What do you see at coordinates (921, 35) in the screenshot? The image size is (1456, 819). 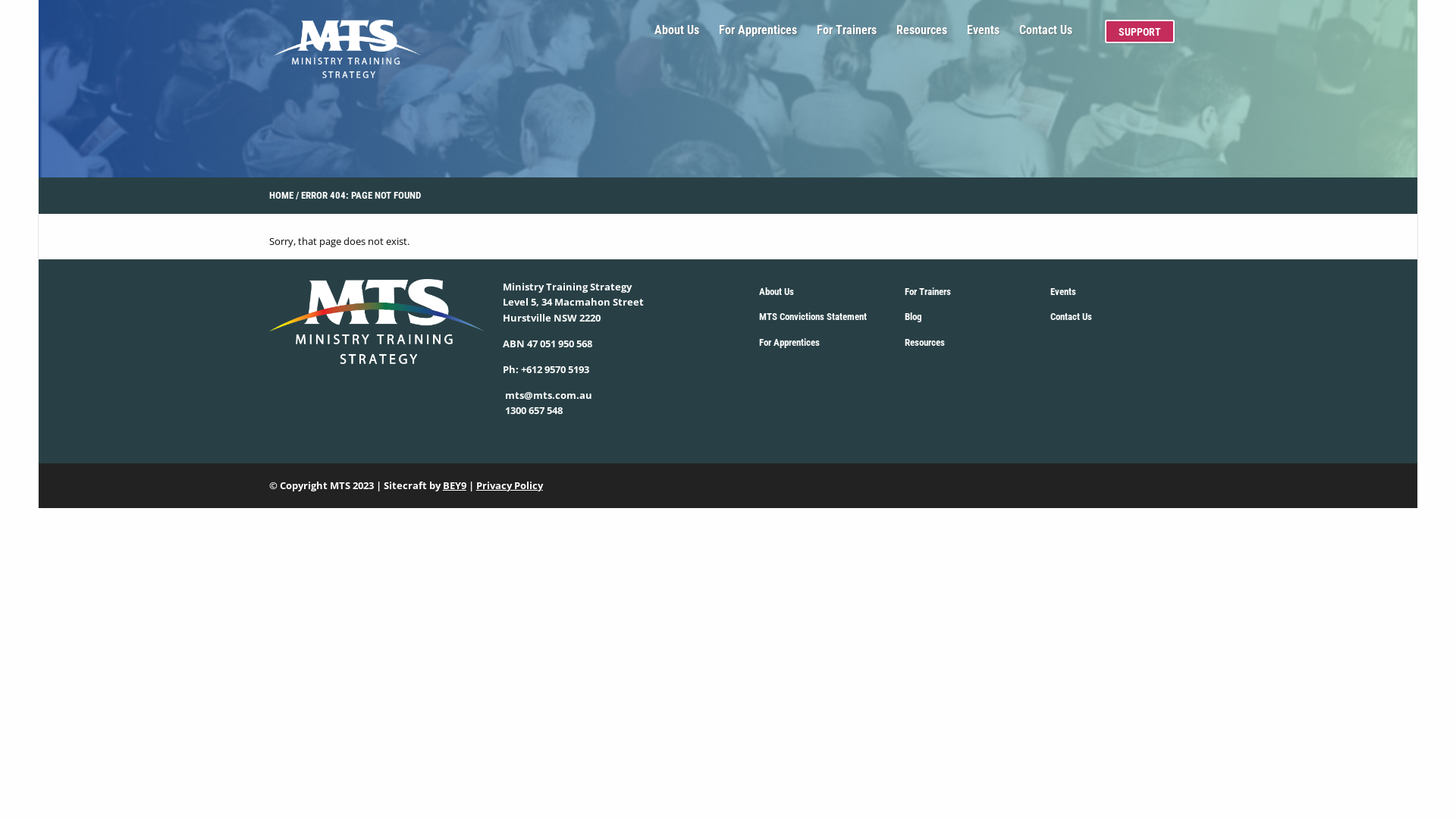 I see `'Resources'` at bounding box center [921, 35].